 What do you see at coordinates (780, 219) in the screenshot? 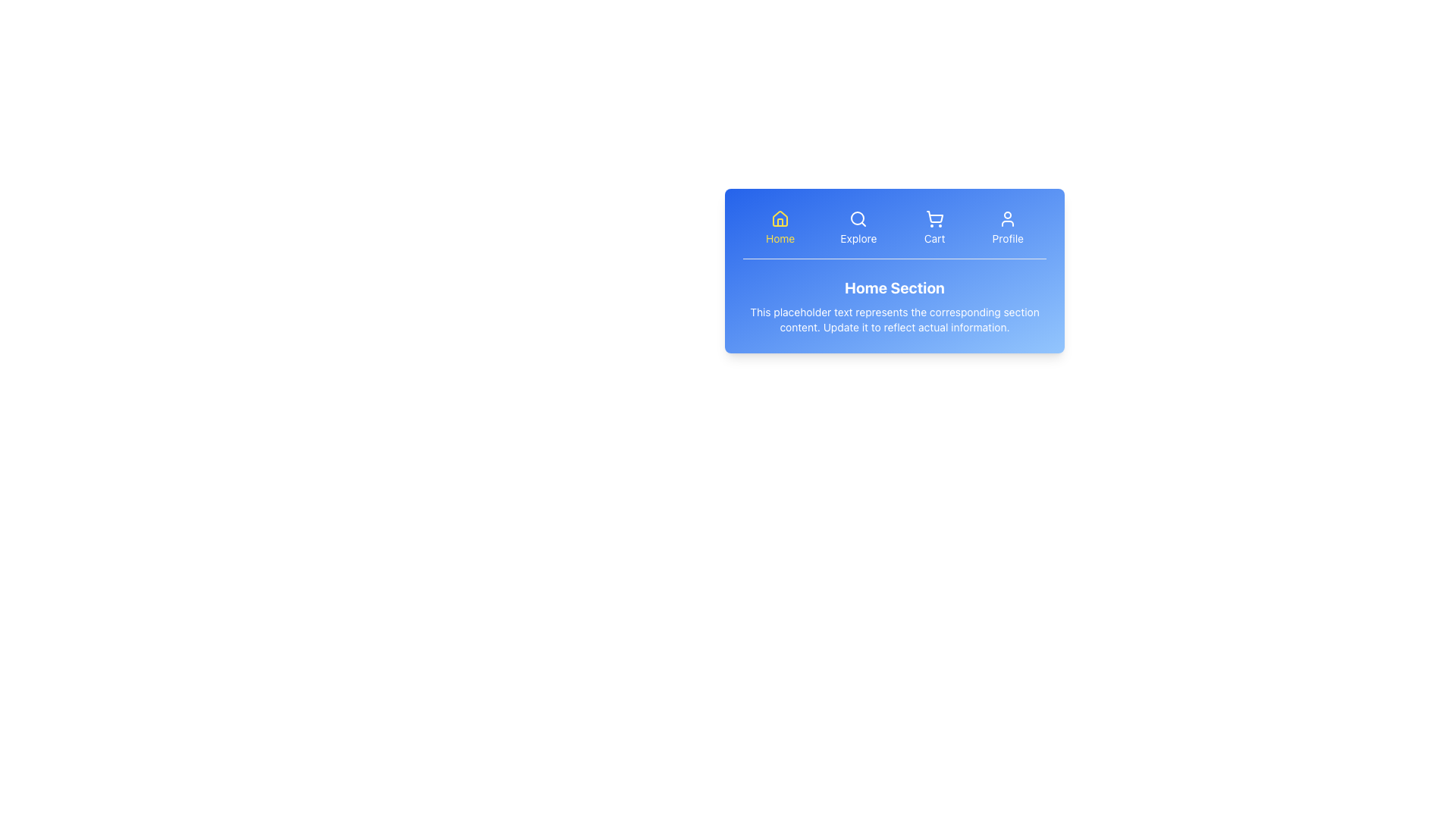
I see `the 'Home' icon in the navigation bar, located at the far-left slot` at bounding box center [780, 219].